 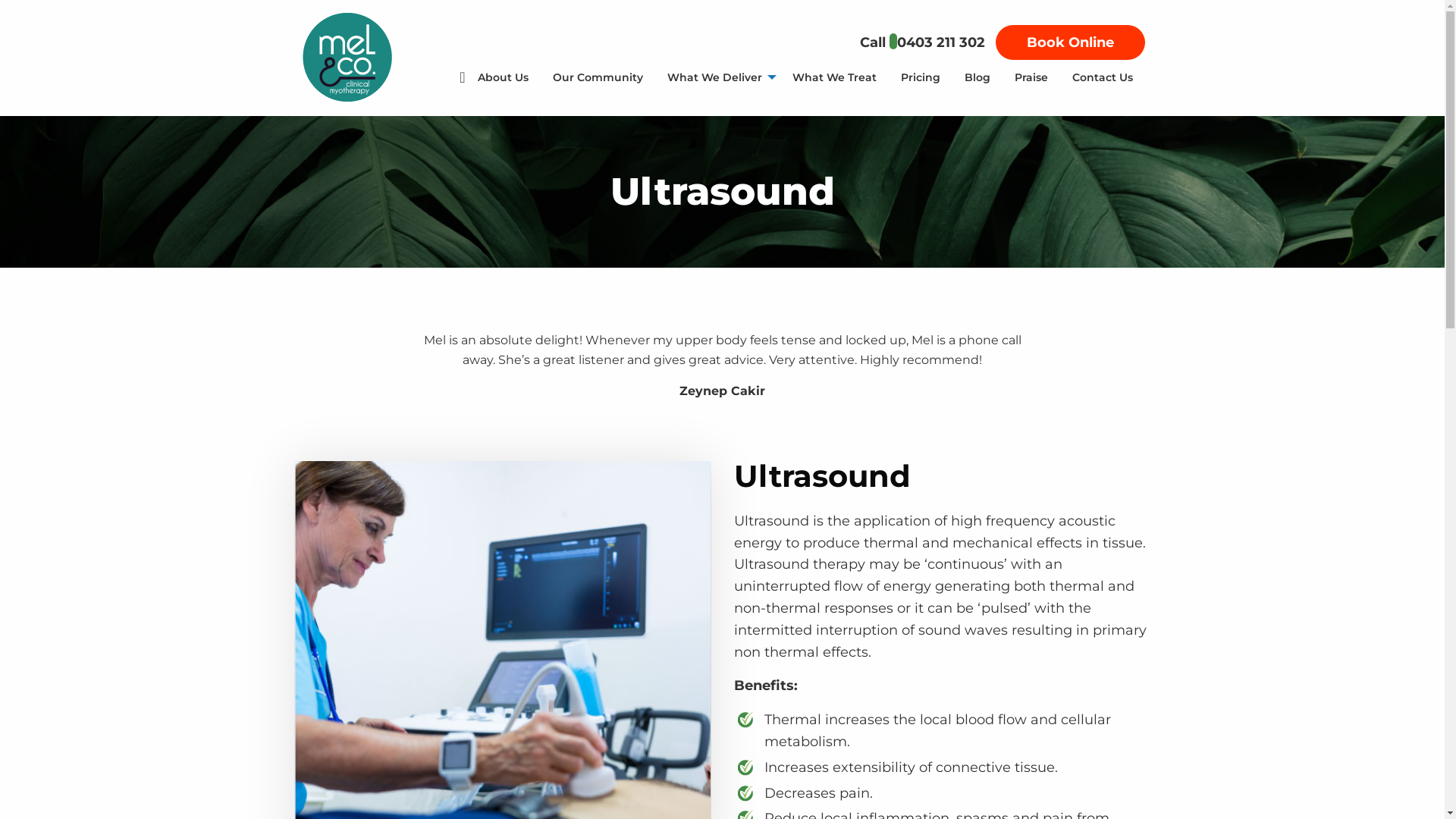 I want to click on 'Our Community', so click(x=596, y=77).